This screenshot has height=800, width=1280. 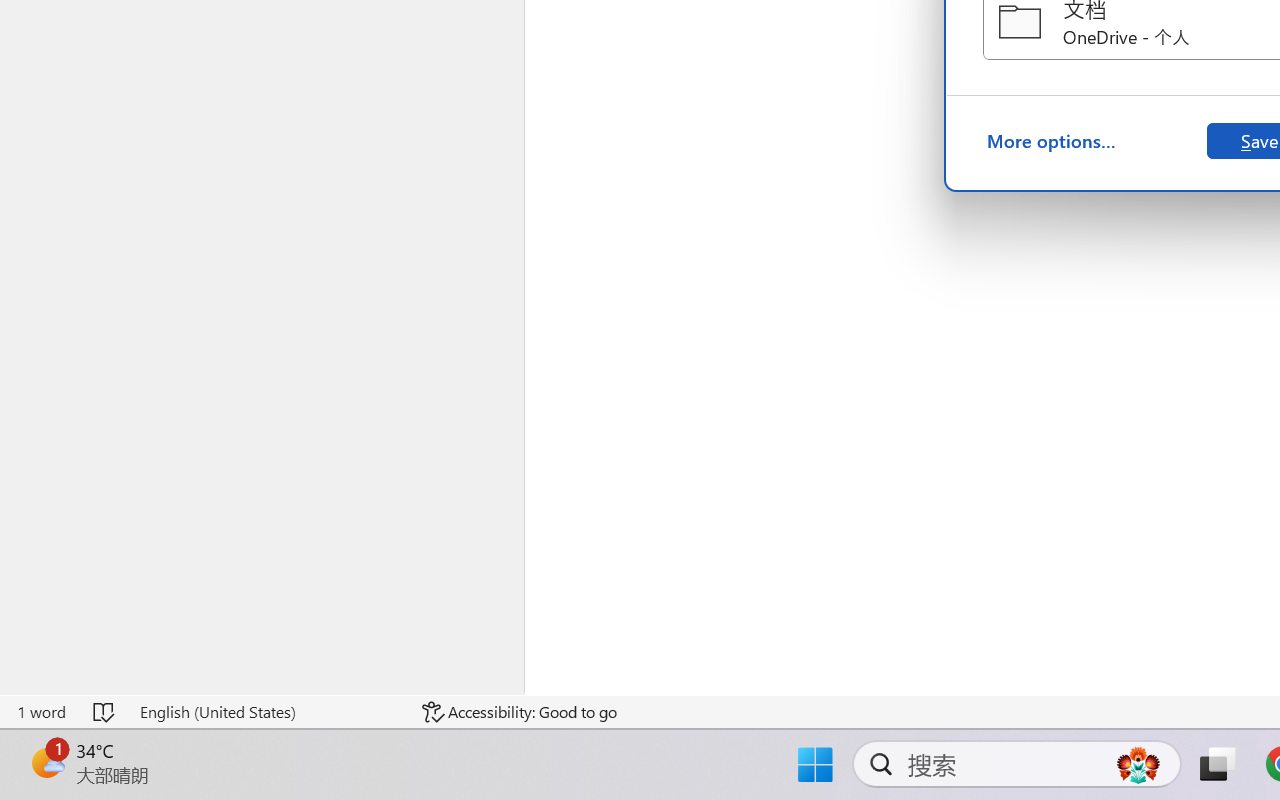 I want to click on 'Language English (United States)', so click(x=266, y=711).